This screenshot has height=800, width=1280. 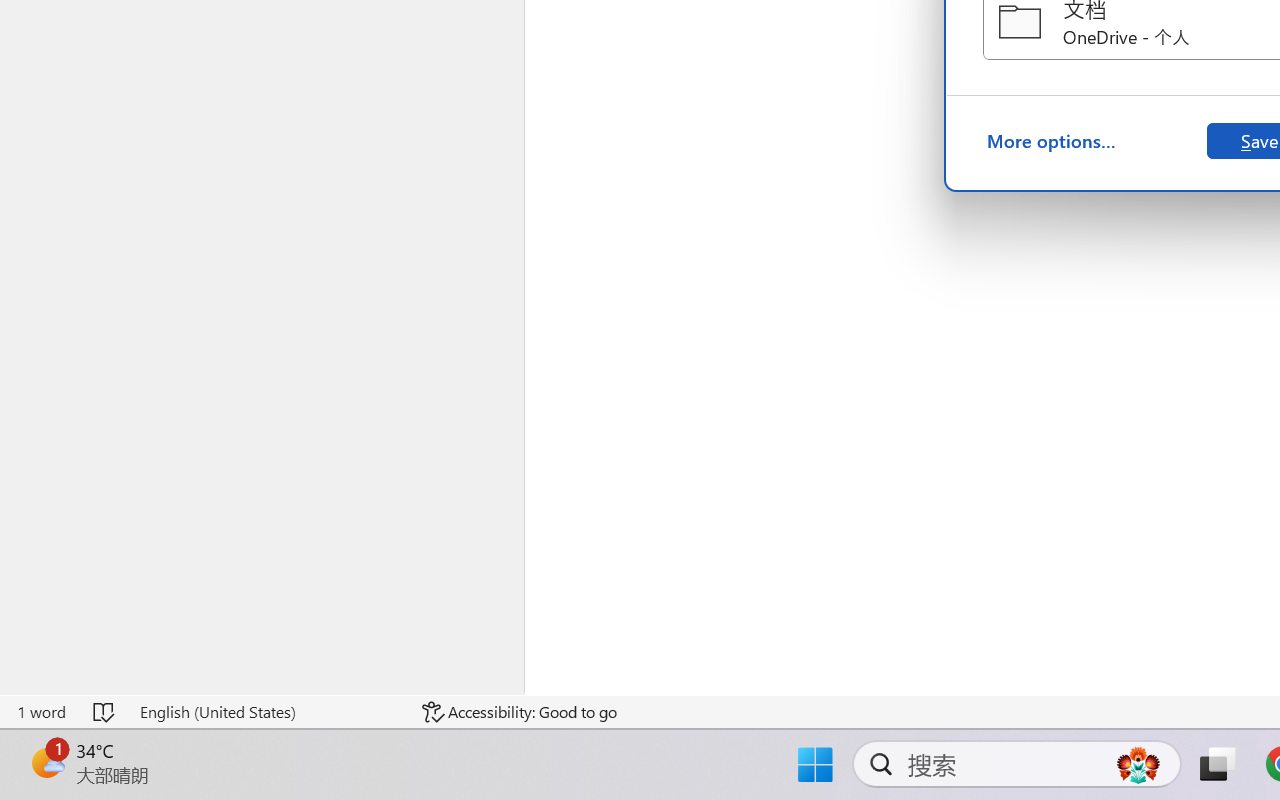 I want to click on 'Language English (United States)', so click(x=266, y=711).